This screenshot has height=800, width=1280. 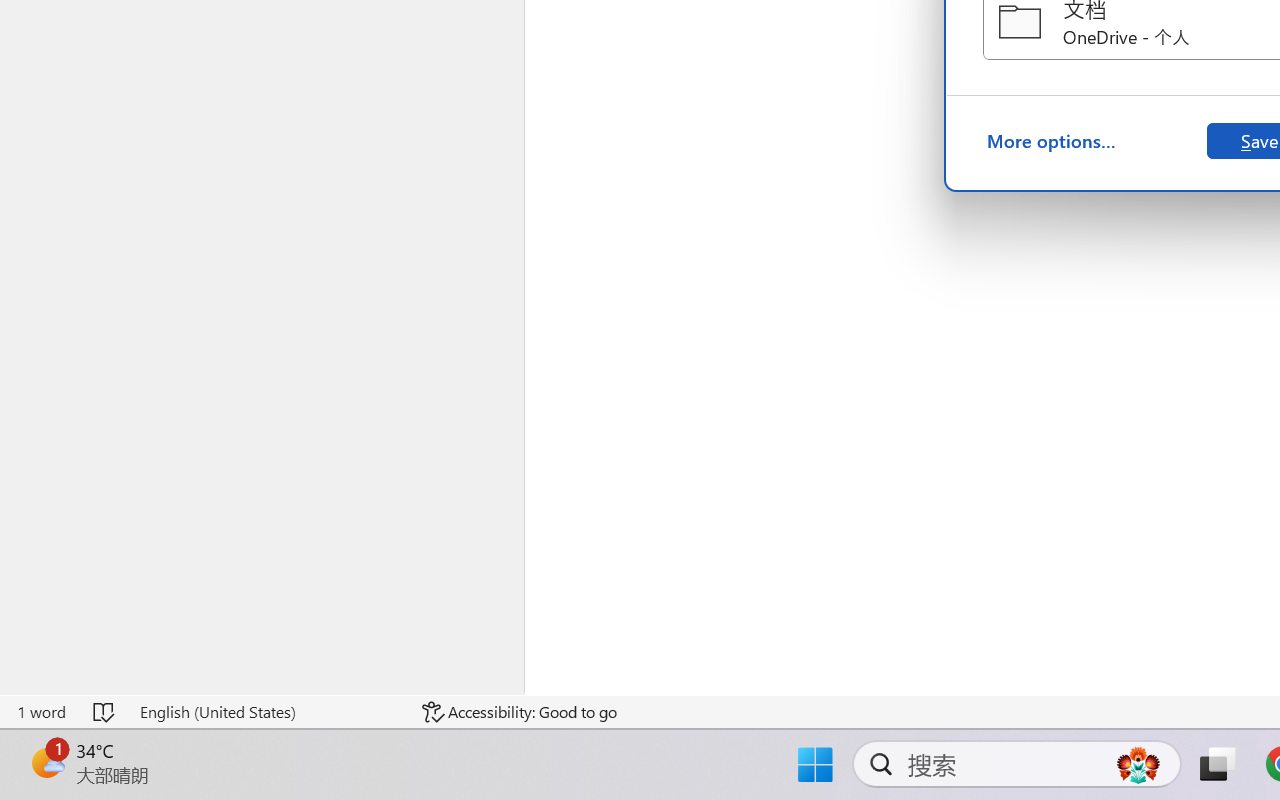 I want to click on 'Language English (United States)', so click(x=266, y=711).